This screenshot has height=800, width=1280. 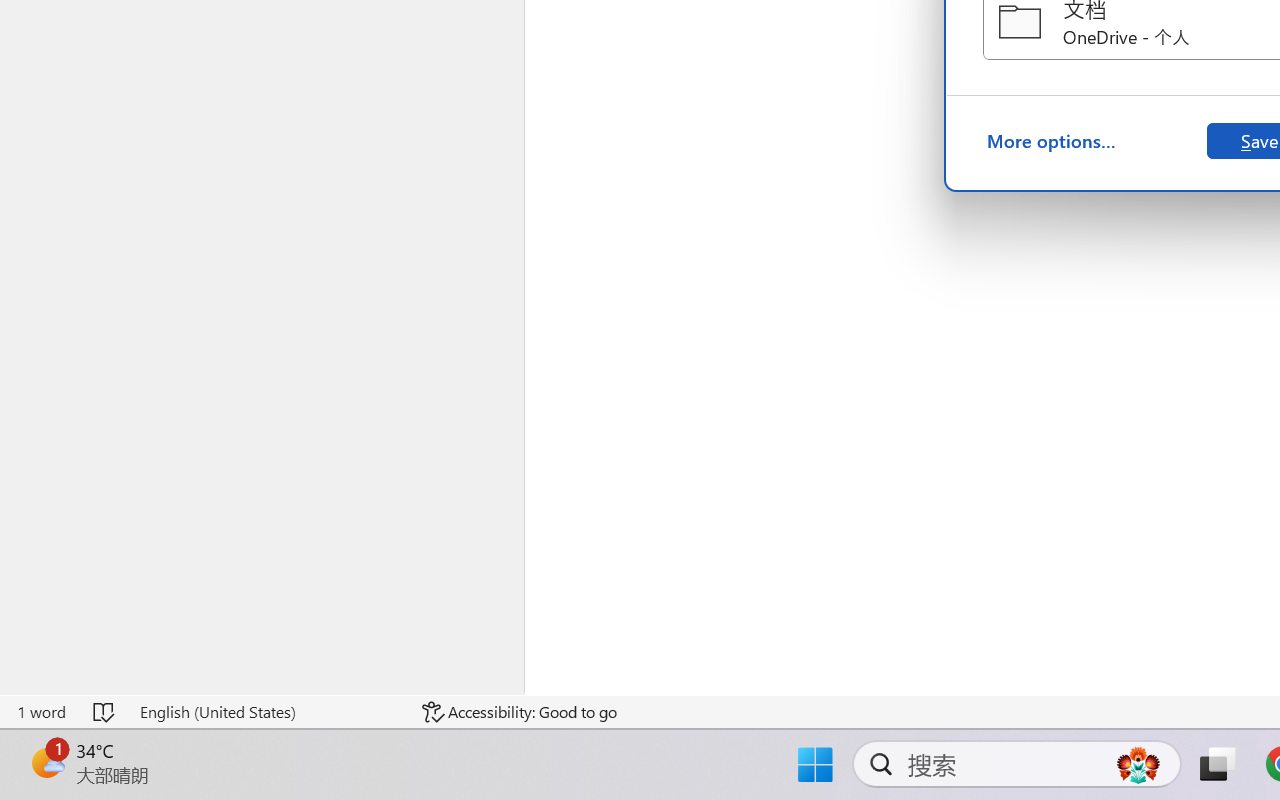 I want to click on 'Language English (United States)', so click(x=266, y=711).